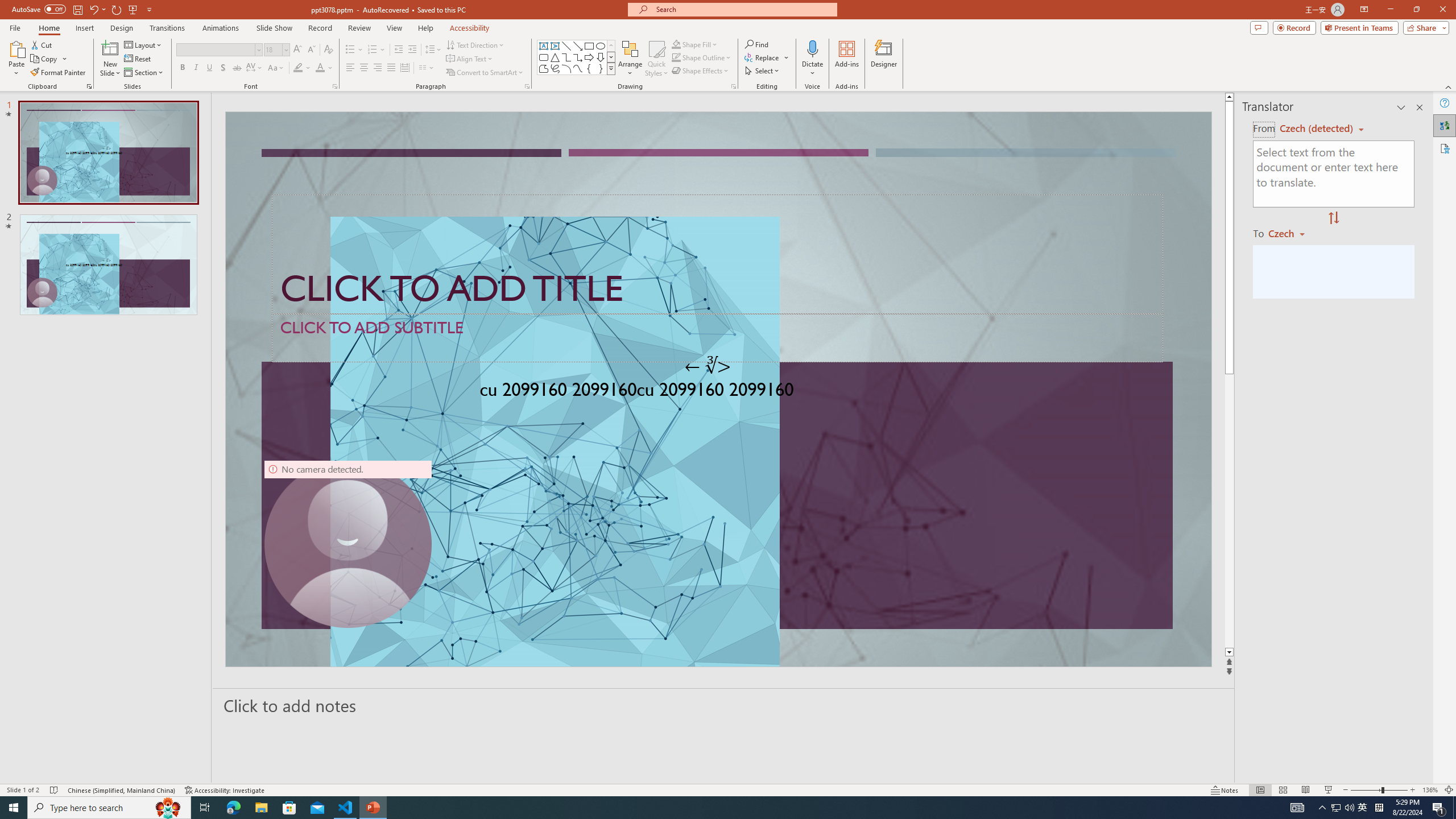  Describe the element at coordinates (543, 45) in the screenshot. I see `'Text Box'` at that location.